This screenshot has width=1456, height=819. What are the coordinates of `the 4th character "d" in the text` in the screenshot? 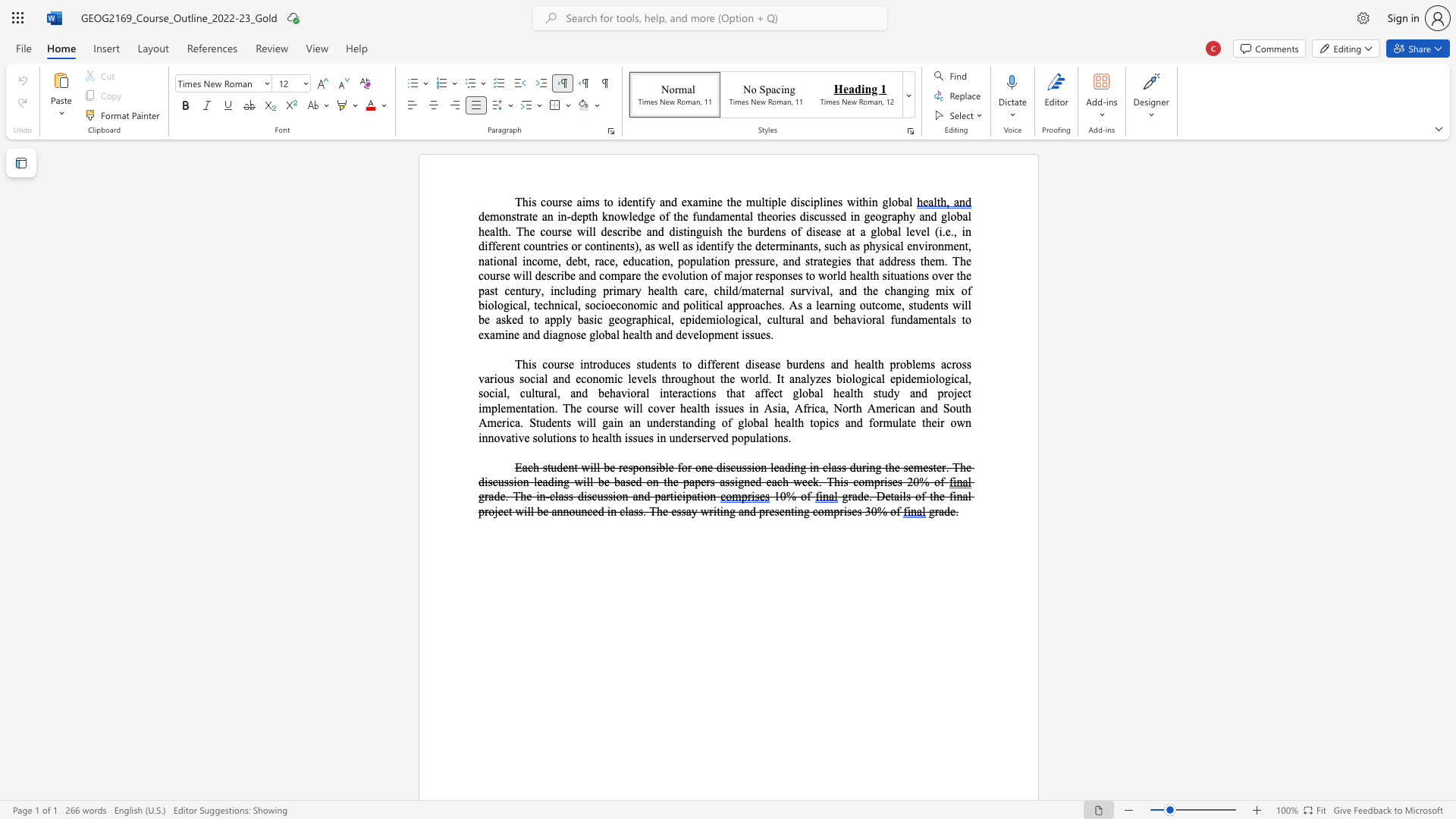 It's located at (577, 290).